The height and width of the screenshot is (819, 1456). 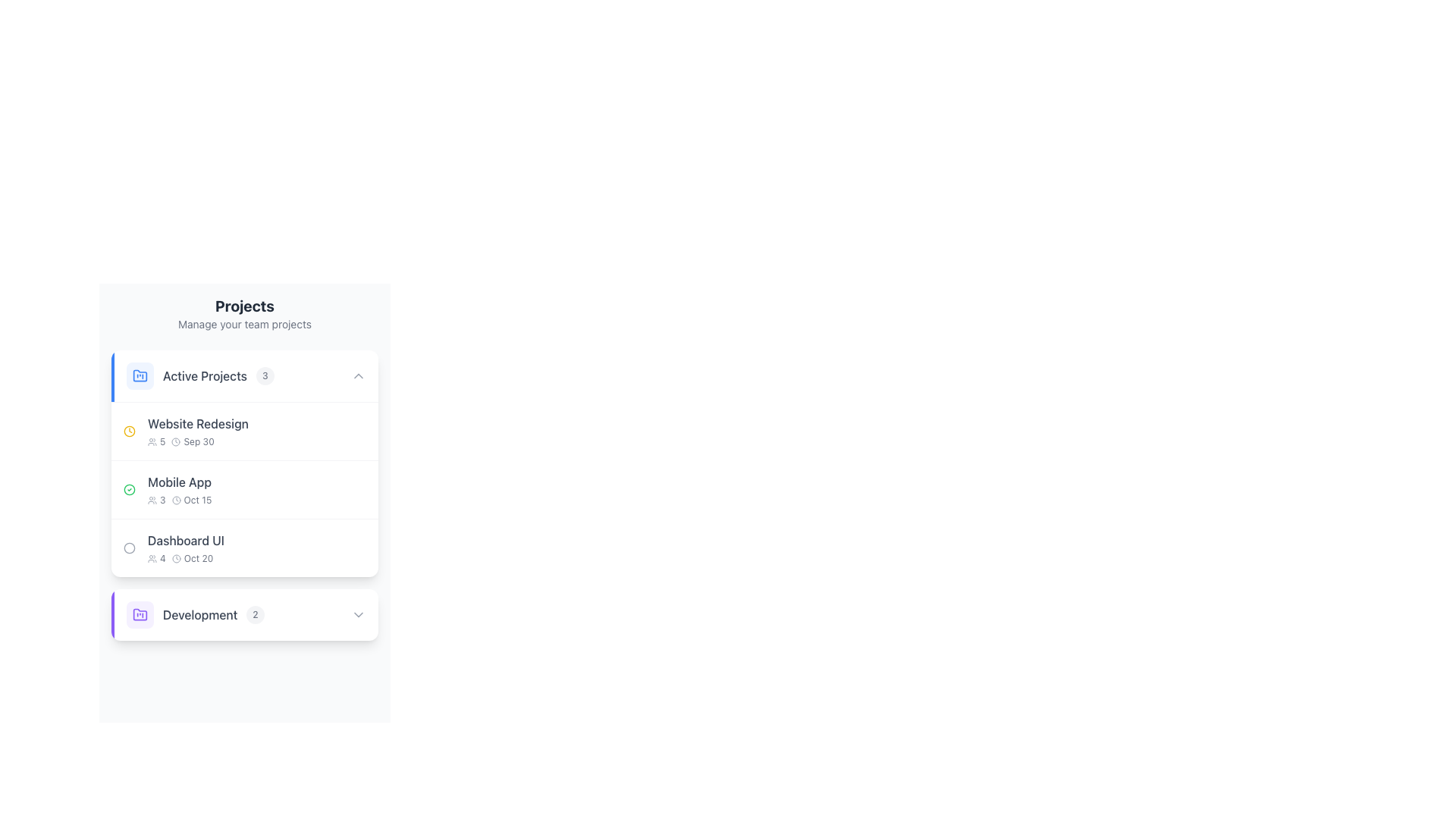 What do you see at coordinates (140, 375) in the screenshot?
I see `the small blue folder-shaped icon located to the left of the 'Active Projects' panel title, which has a classic appearance with a tab and vertical lines indicating document dividers` at bounding box center [140, 375].